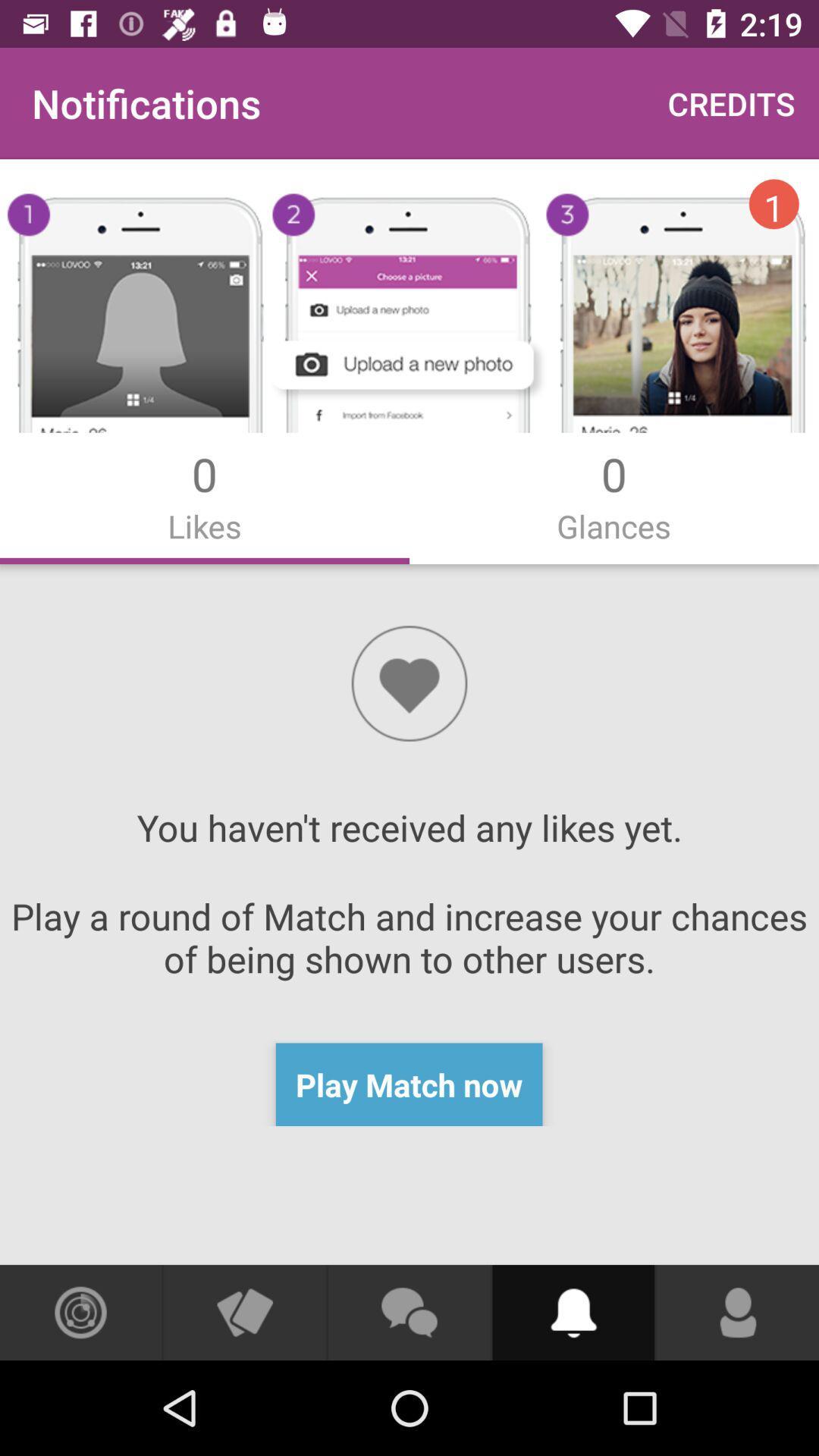  What do you see at coordinates (736, 1312) in the screenshot?
I see `the bottom right icon` at bounding box center [736, 1312].